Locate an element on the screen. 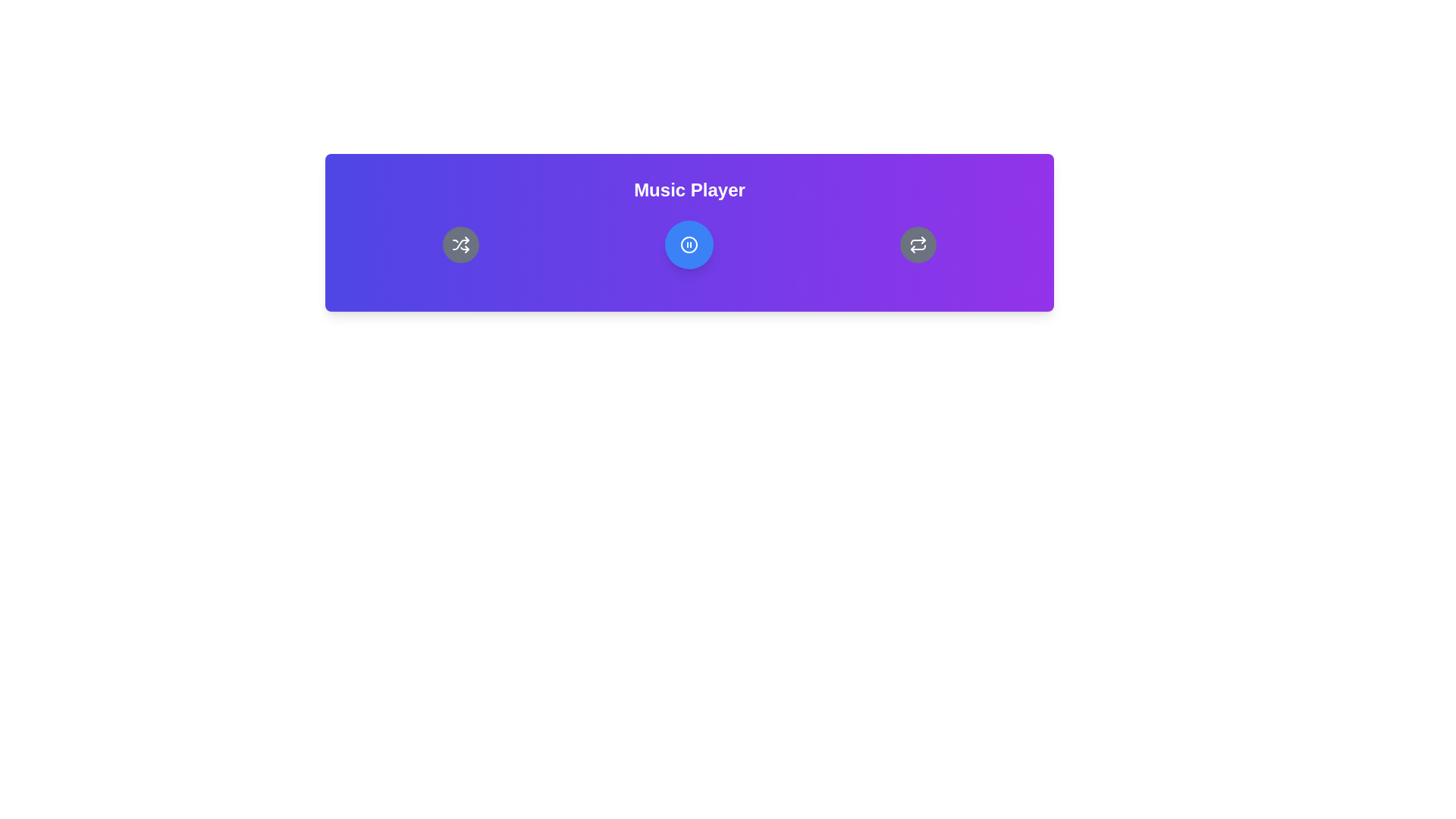 The image size is (1456, 819). the circular button with a gray background and a loop icon is located at coordinates (918, 244).